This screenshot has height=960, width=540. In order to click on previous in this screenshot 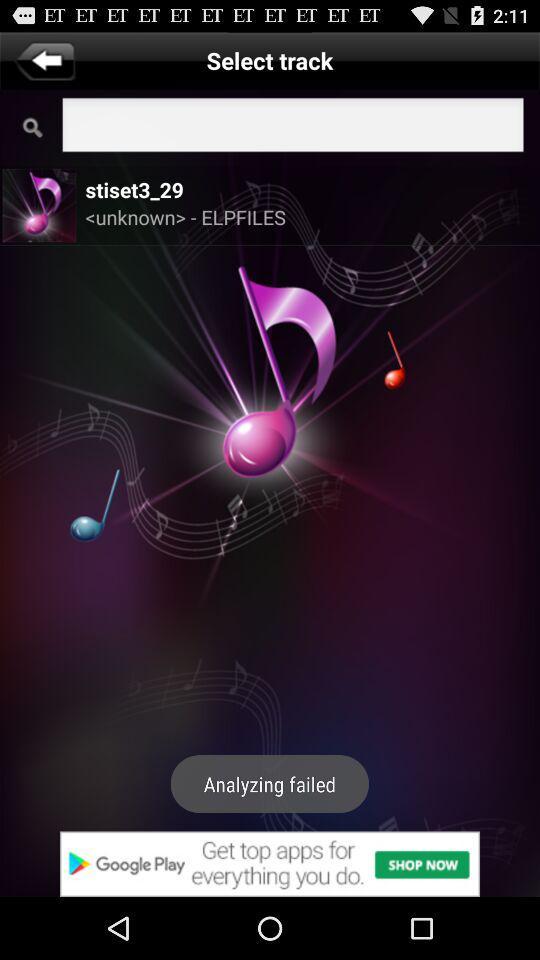, I will do `click(44, 59)`.